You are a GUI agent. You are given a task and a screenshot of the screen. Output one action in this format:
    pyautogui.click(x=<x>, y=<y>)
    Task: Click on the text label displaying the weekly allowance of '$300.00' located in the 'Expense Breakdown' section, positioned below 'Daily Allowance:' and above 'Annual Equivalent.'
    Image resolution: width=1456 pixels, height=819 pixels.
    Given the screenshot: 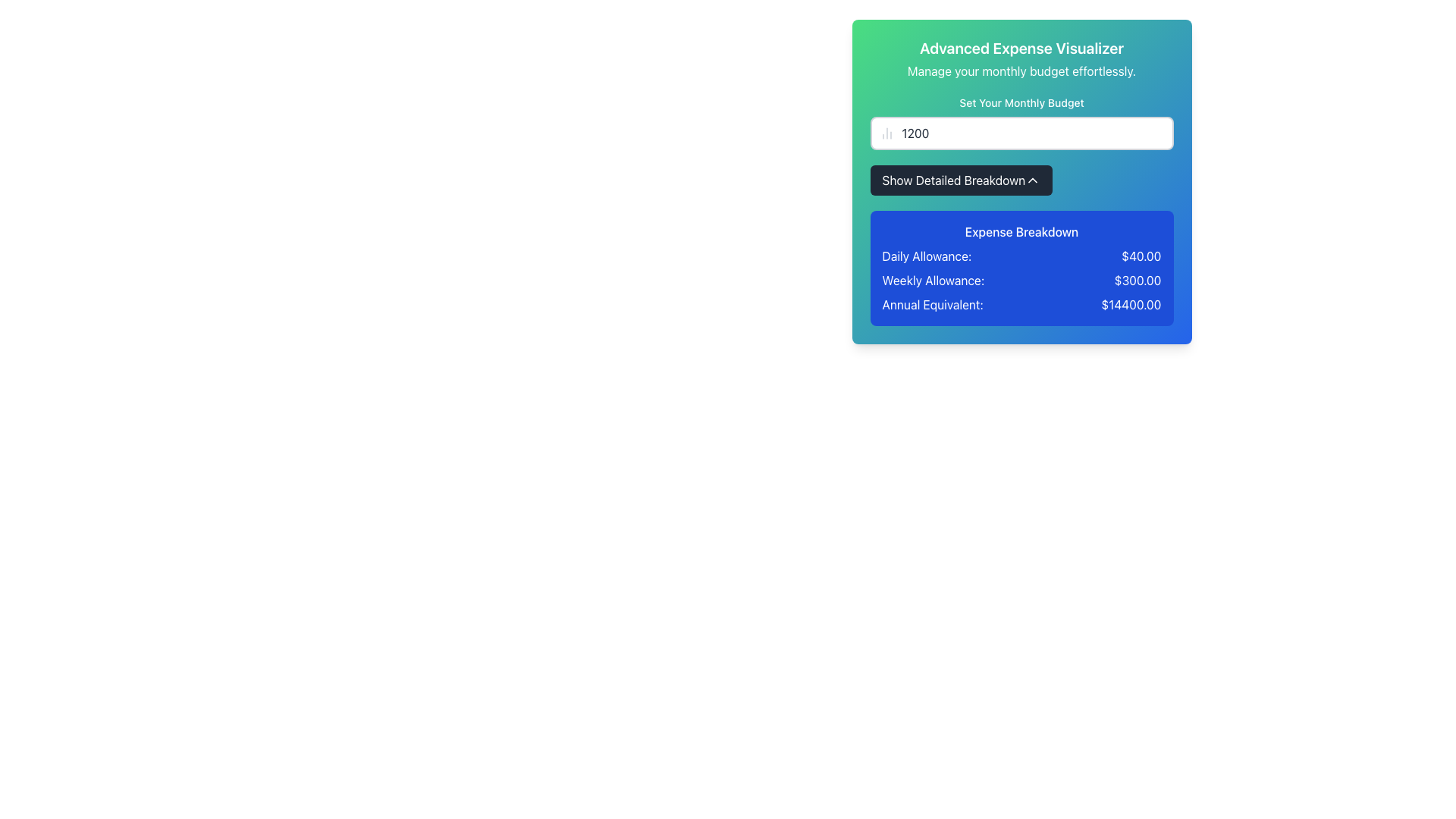 What is the action you would take?
    pyautogui.click(x=932, y=281)
    